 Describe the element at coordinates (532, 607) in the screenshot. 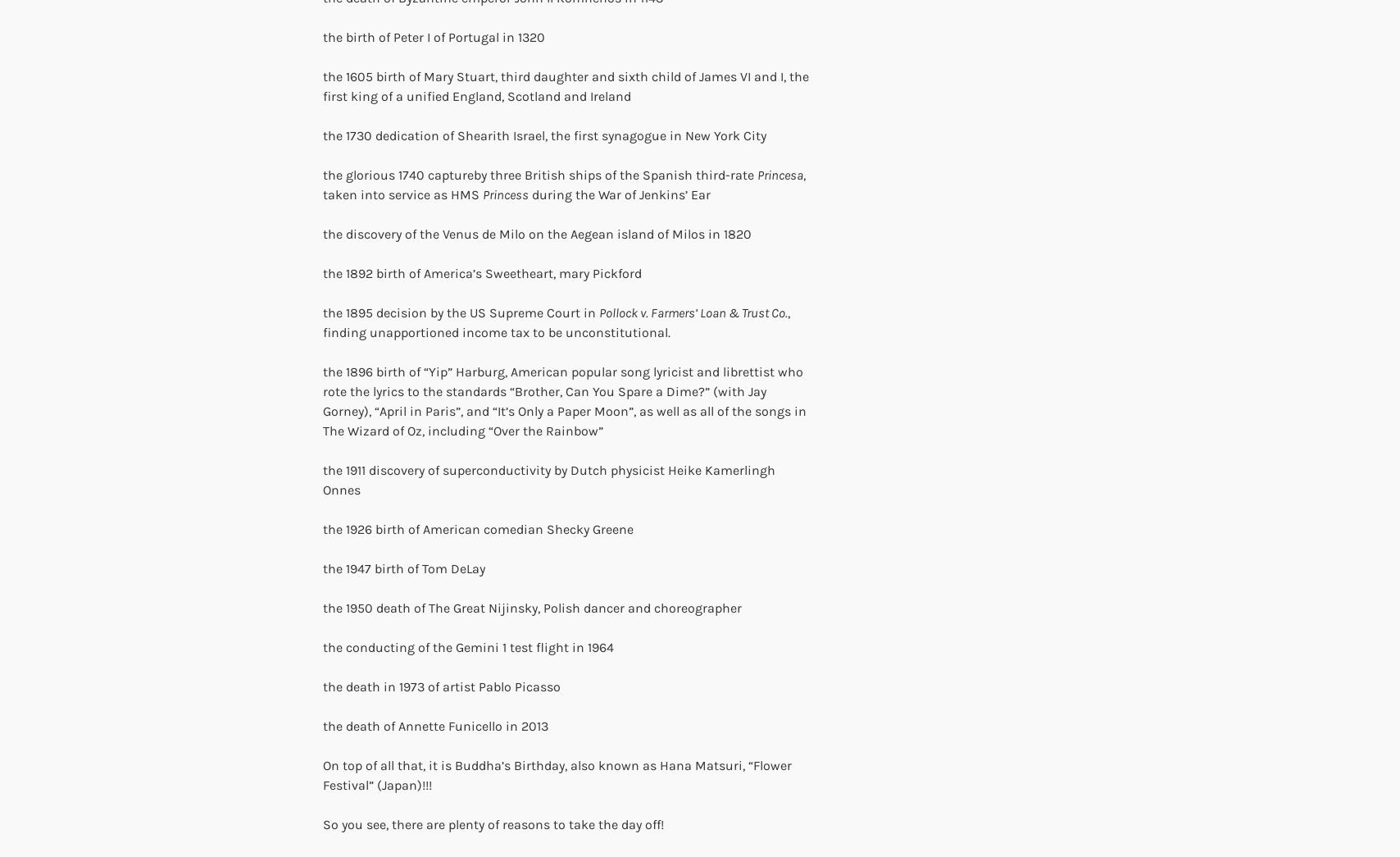

I see `'the 1950 death of The Great Nijinsky, Polish dancer and choreographer'` at that location.